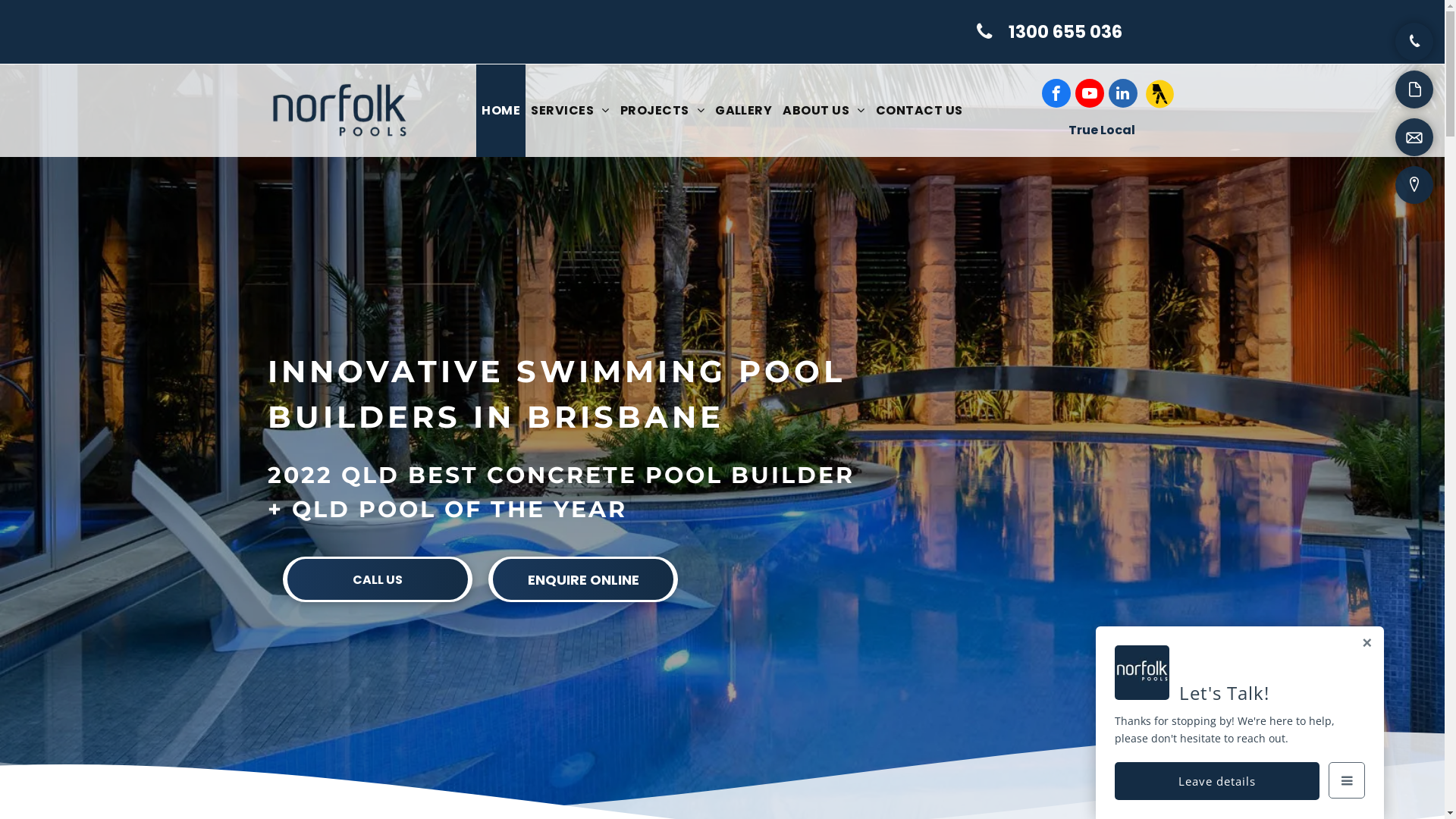 Image resolution: width=1456 pixels, height=819 pixels. What do you see at coordinates (266, 109) in the screenshot?
I see `'Norfolk Pools'` at bounding box center [266, 109].